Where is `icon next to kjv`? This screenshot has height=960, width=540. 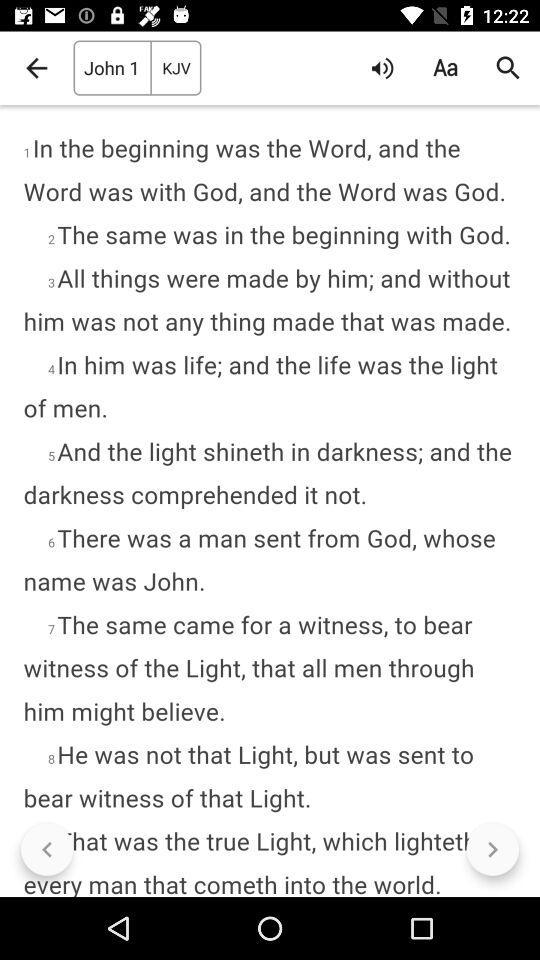
icon next to kjv is located at coordinates (382, 68).